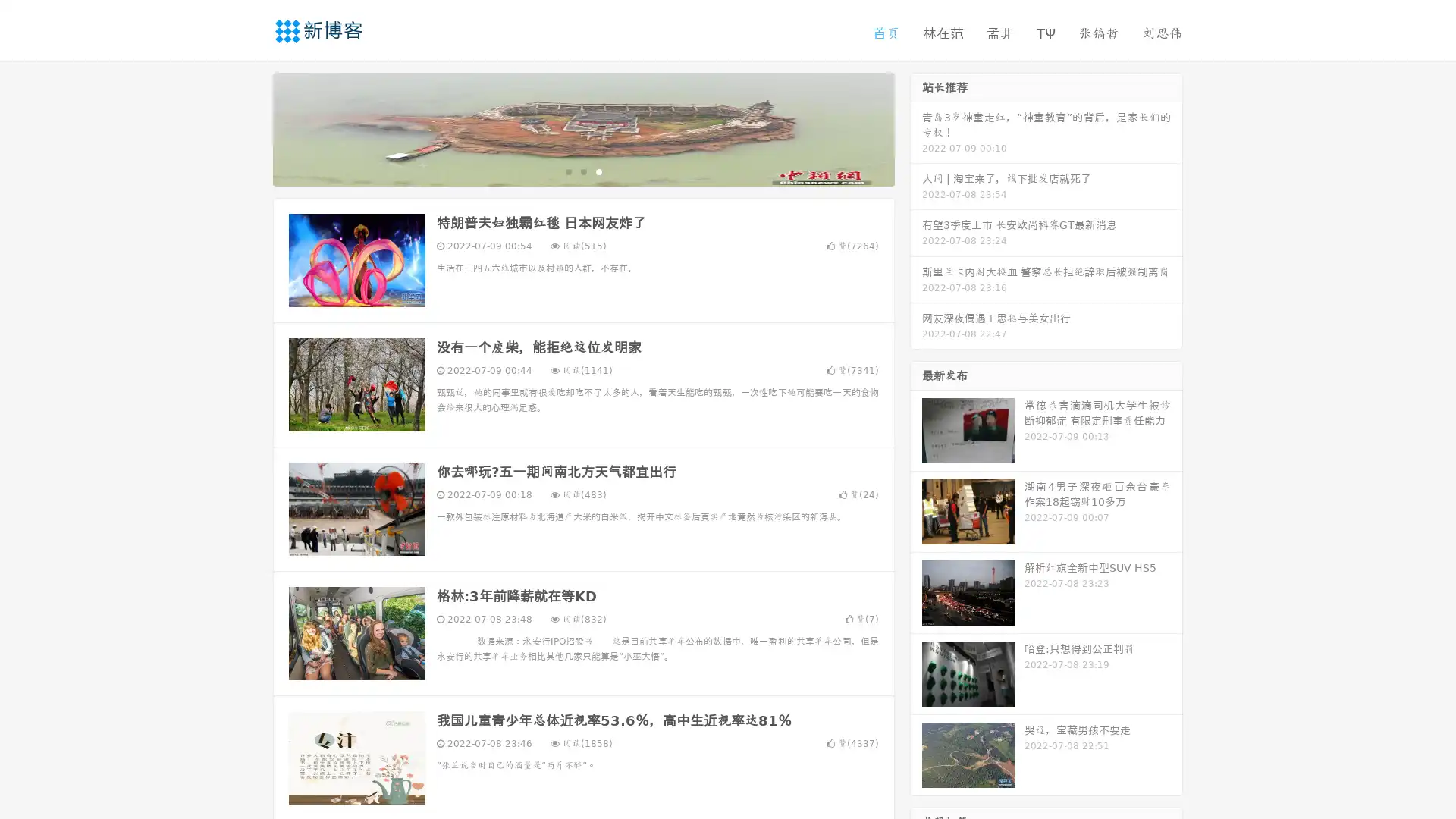  Describe the element at coordinates (598, 171) in the screenshot. I see `Go to slide 3` at that location.